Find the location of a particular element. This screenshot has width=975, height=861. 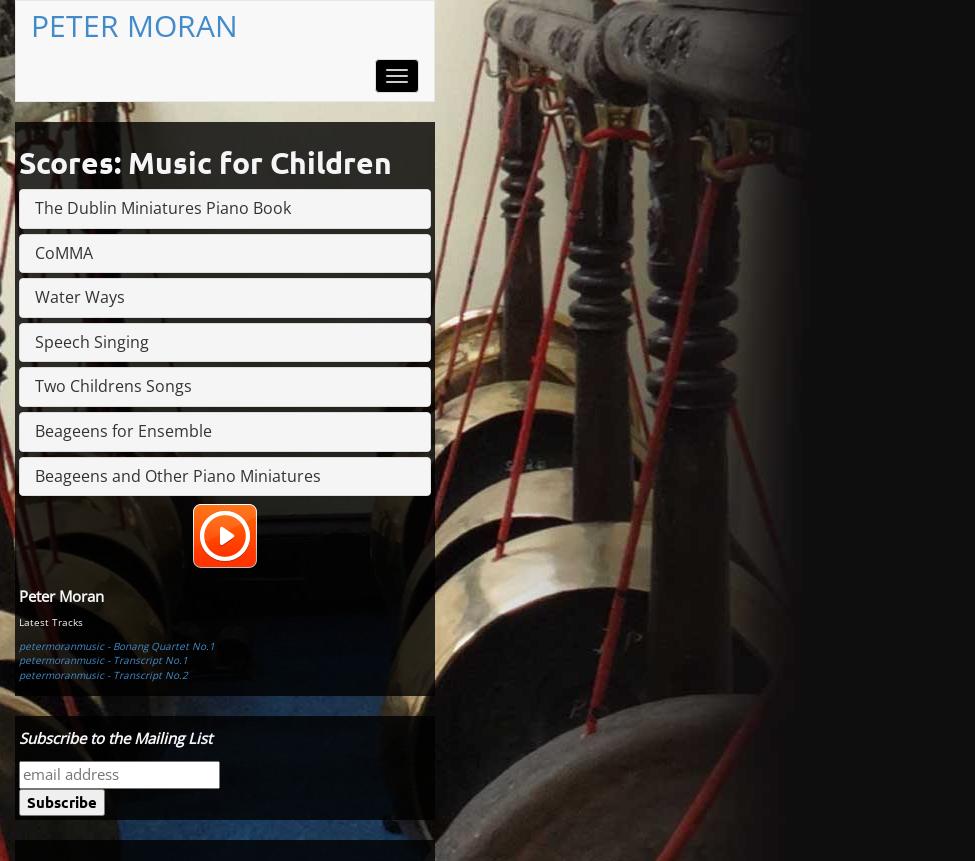

'Peter Moran' is located at coordinates (61, 594).